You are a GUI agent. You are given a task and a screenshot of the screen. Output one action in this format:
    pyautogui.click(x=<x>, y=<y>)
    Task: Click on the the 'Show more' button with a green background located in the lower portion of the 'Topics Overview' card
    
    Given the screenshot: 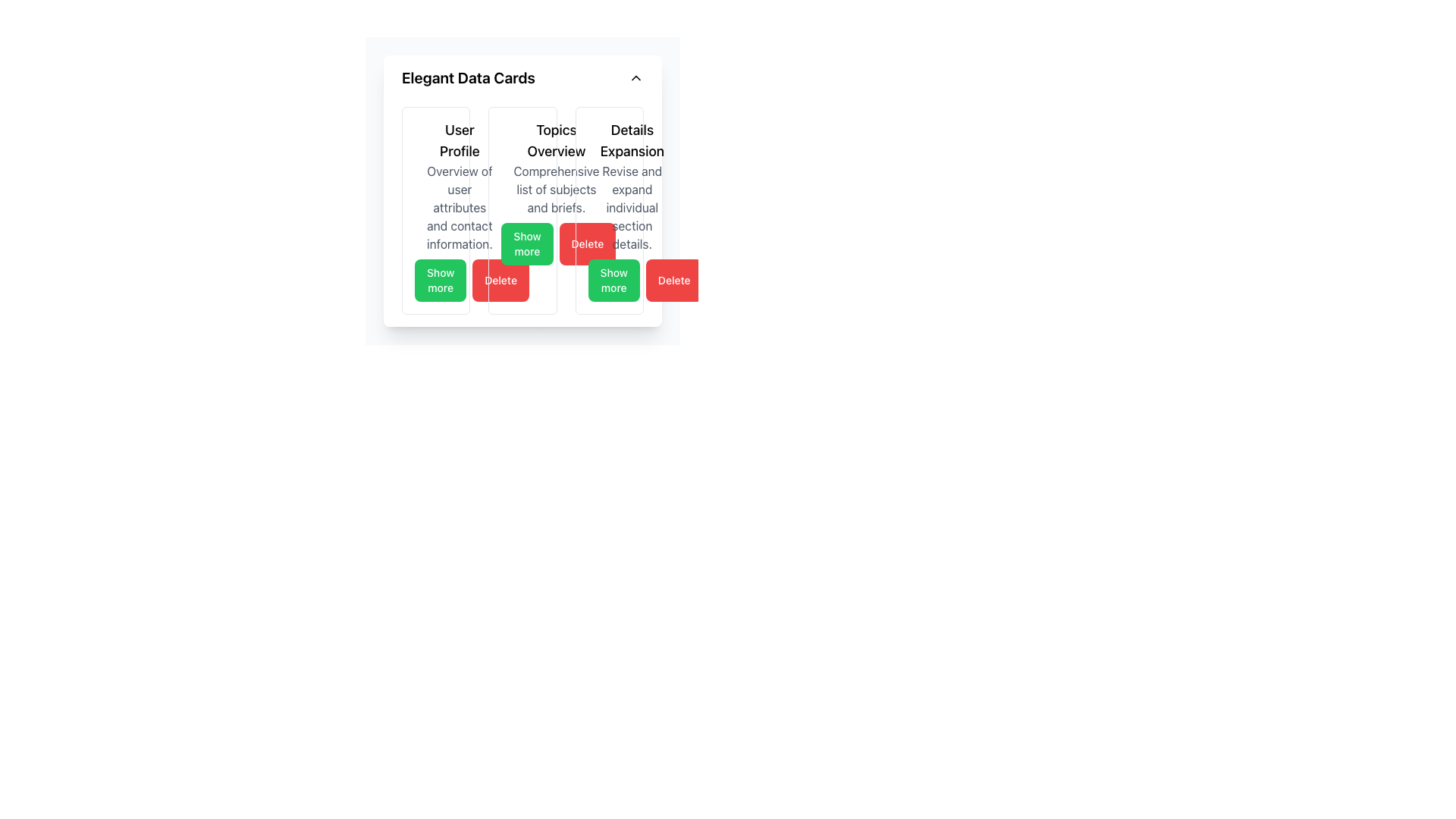 What is the action you would take?
    pyautogui.click(x=613, y=281)
    